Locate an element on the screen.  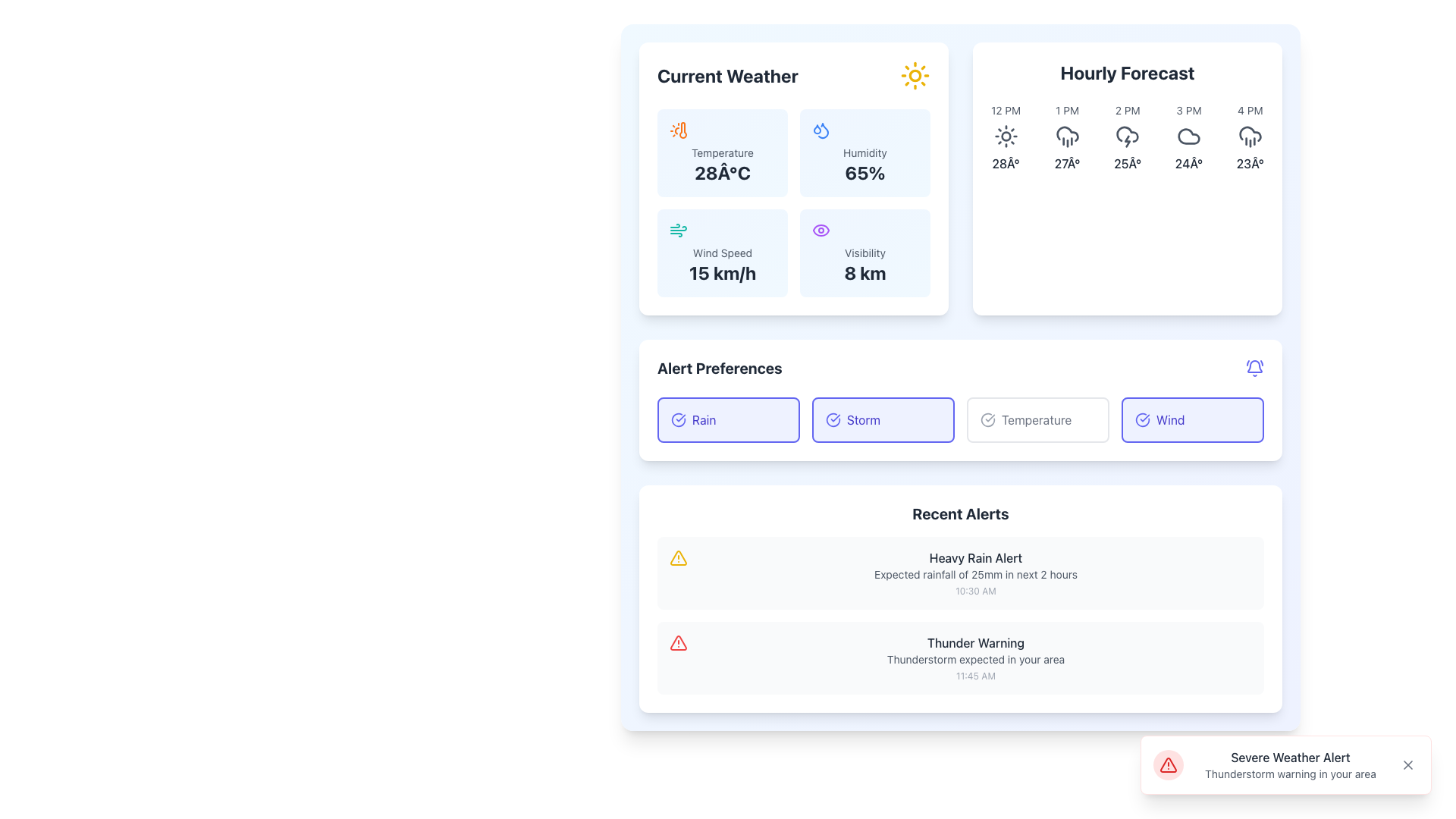
the weather icon that indicates rain in the 'Hourly Forecast' panel under the '1 PM' column is located at coordinates (1066, 136).